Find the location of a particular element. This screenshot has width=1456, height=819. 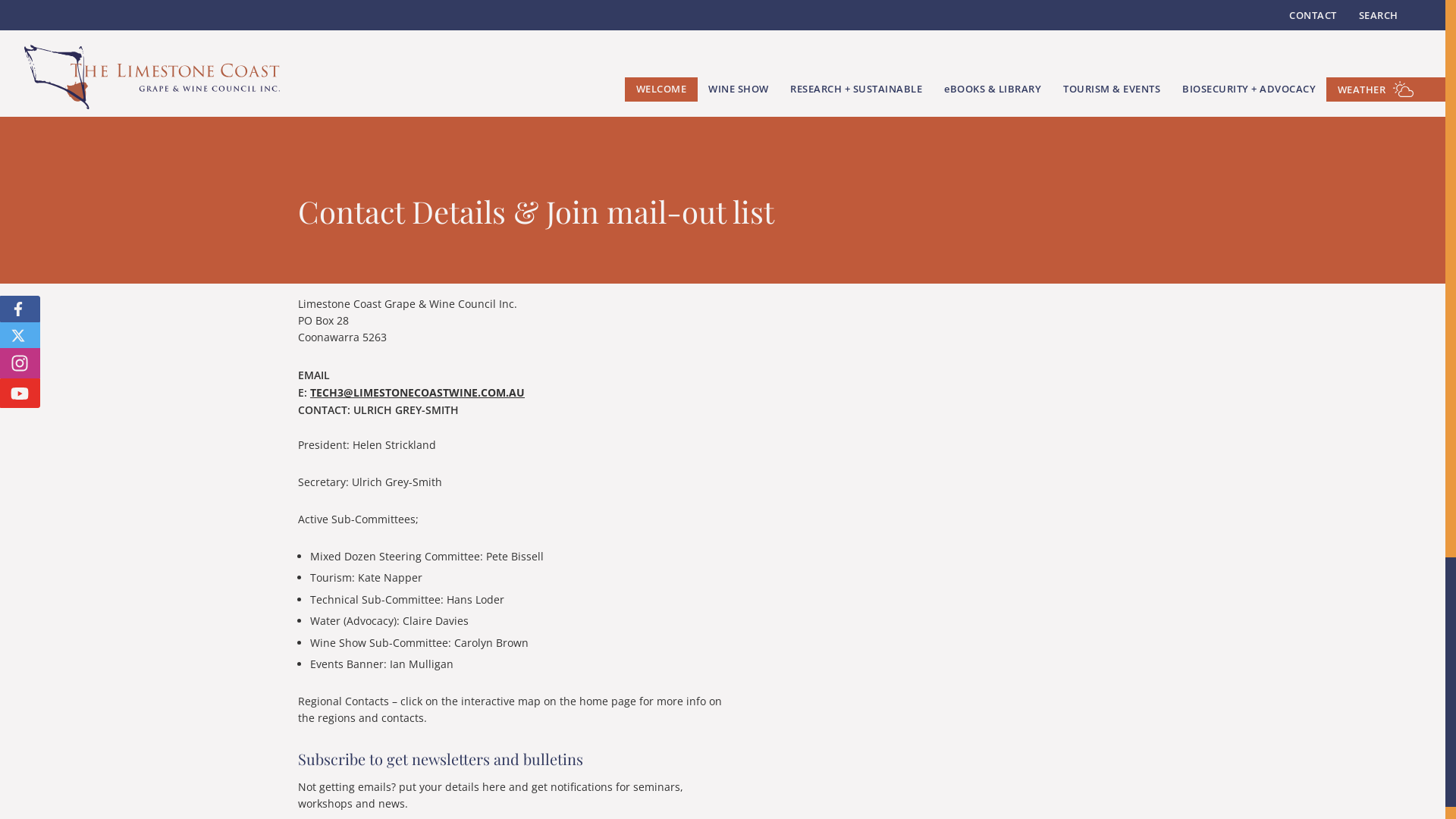

'FOLLOW US ON X' is located at coordinates (20, 334).